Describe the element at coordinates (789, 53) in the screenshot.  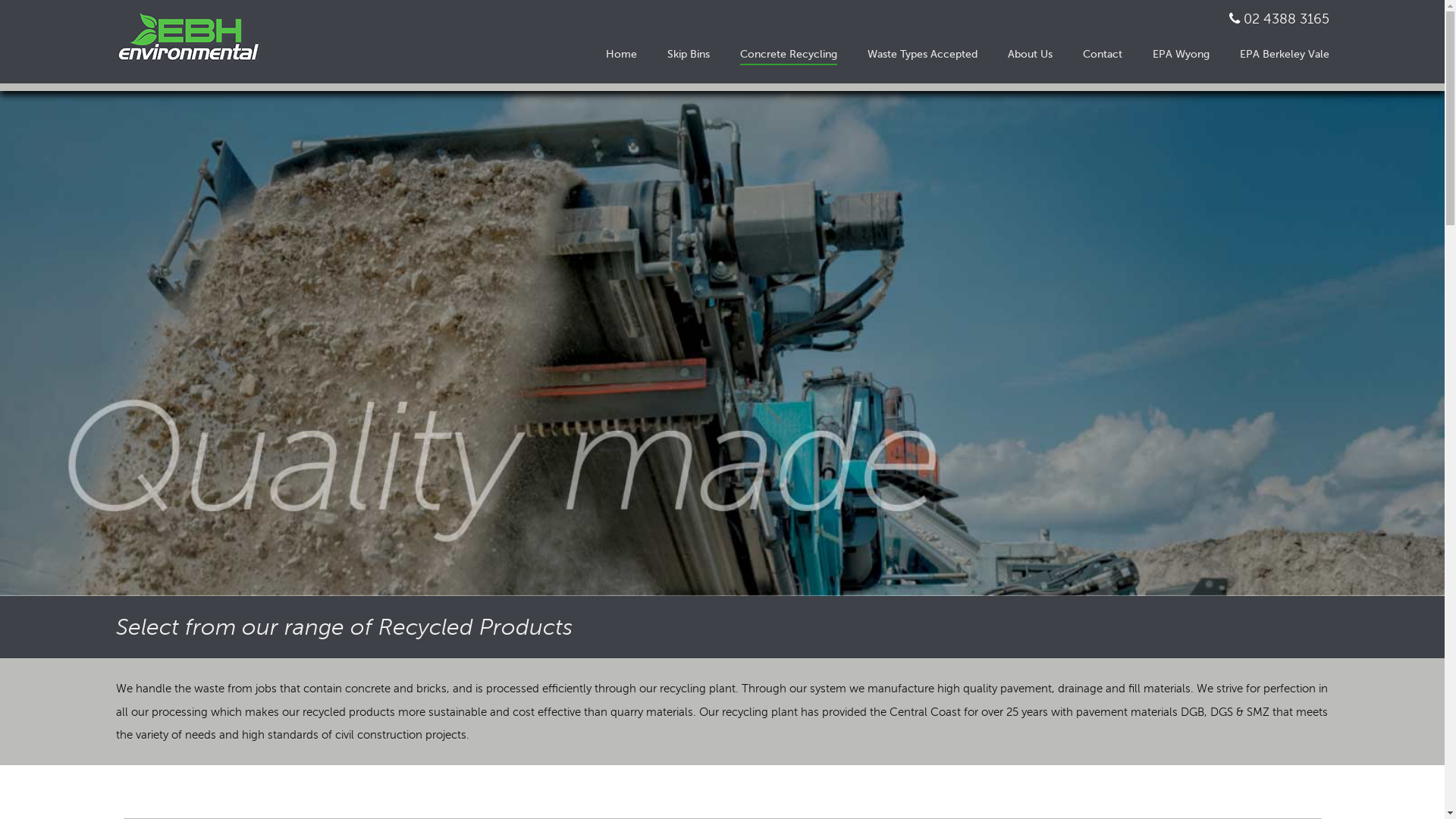
I see `'Concrete Recycling'` at that location.